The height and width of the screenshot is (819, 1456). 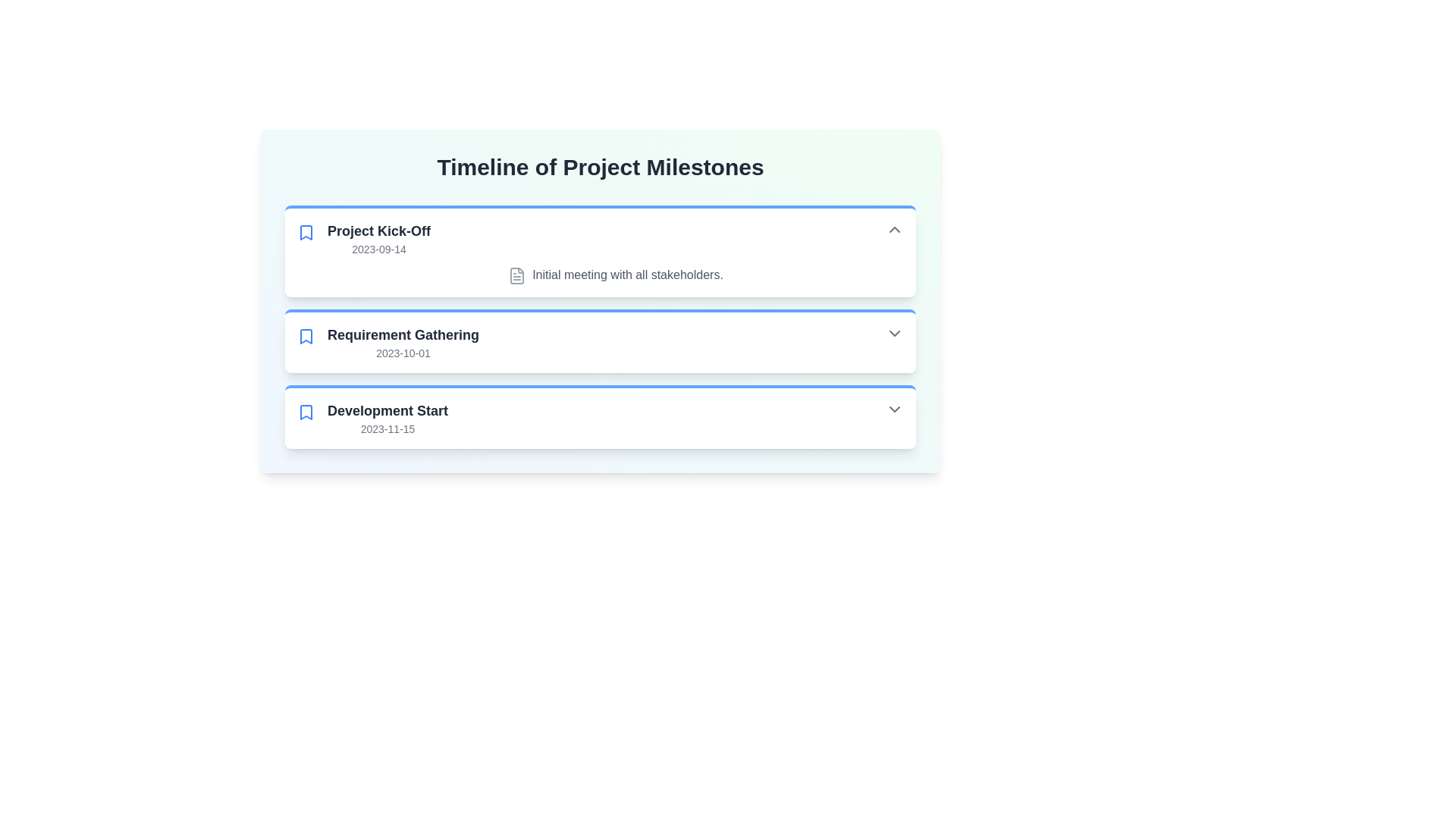 What do you see at coordinates (403, 334) in the screenshot?
I see `the text label that serves as a title for the timeline milestone entry, centrally positioned in the second card of the vertical timeline list` at bounding box center [403, 334].